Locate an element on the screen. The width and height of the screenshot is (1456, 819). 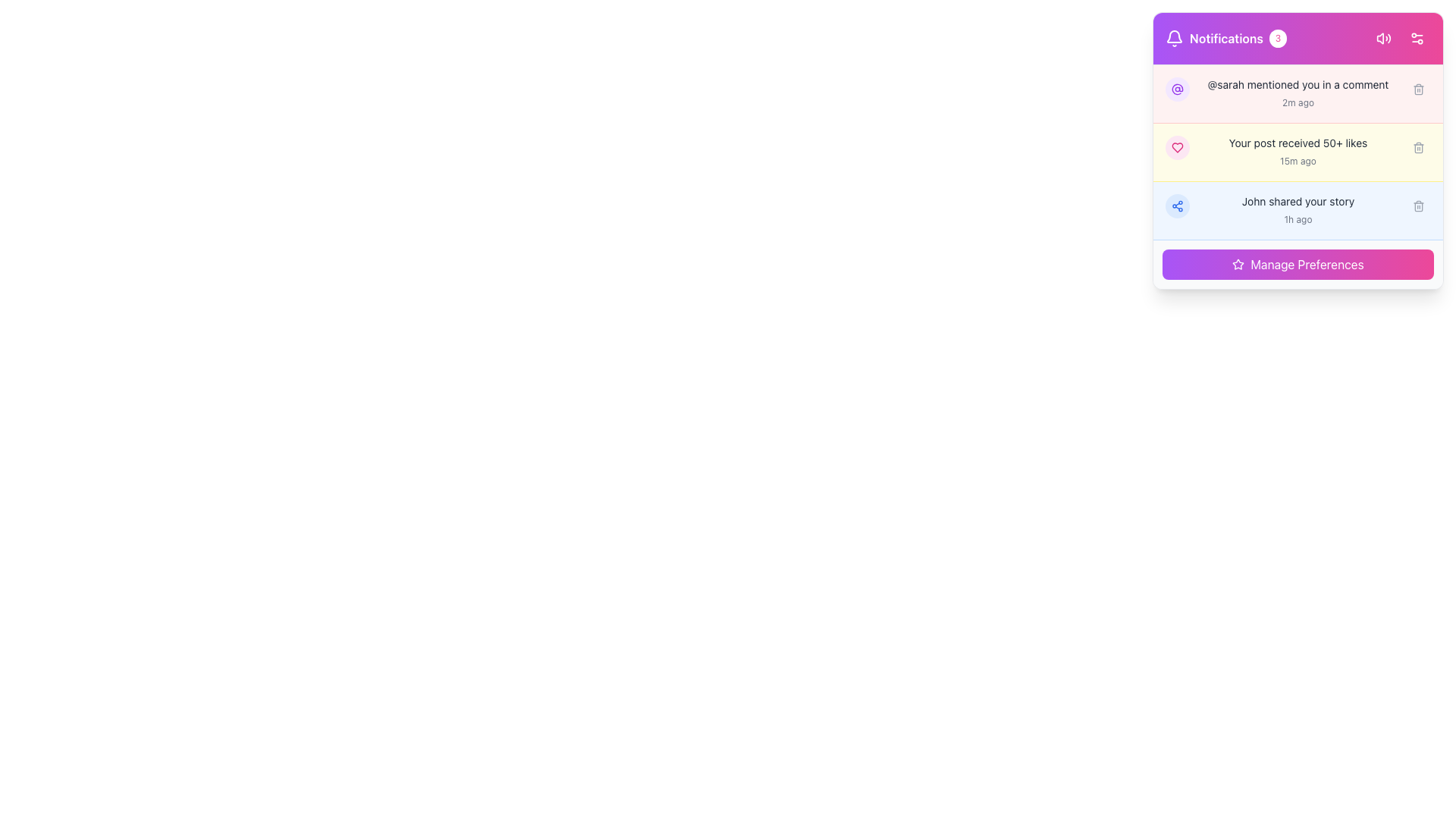
timestamp located in the topmost notification entry, which appears to the right of the main notification text '@sarah mentioned you in a comment' is located at coordinates (1298, 102).